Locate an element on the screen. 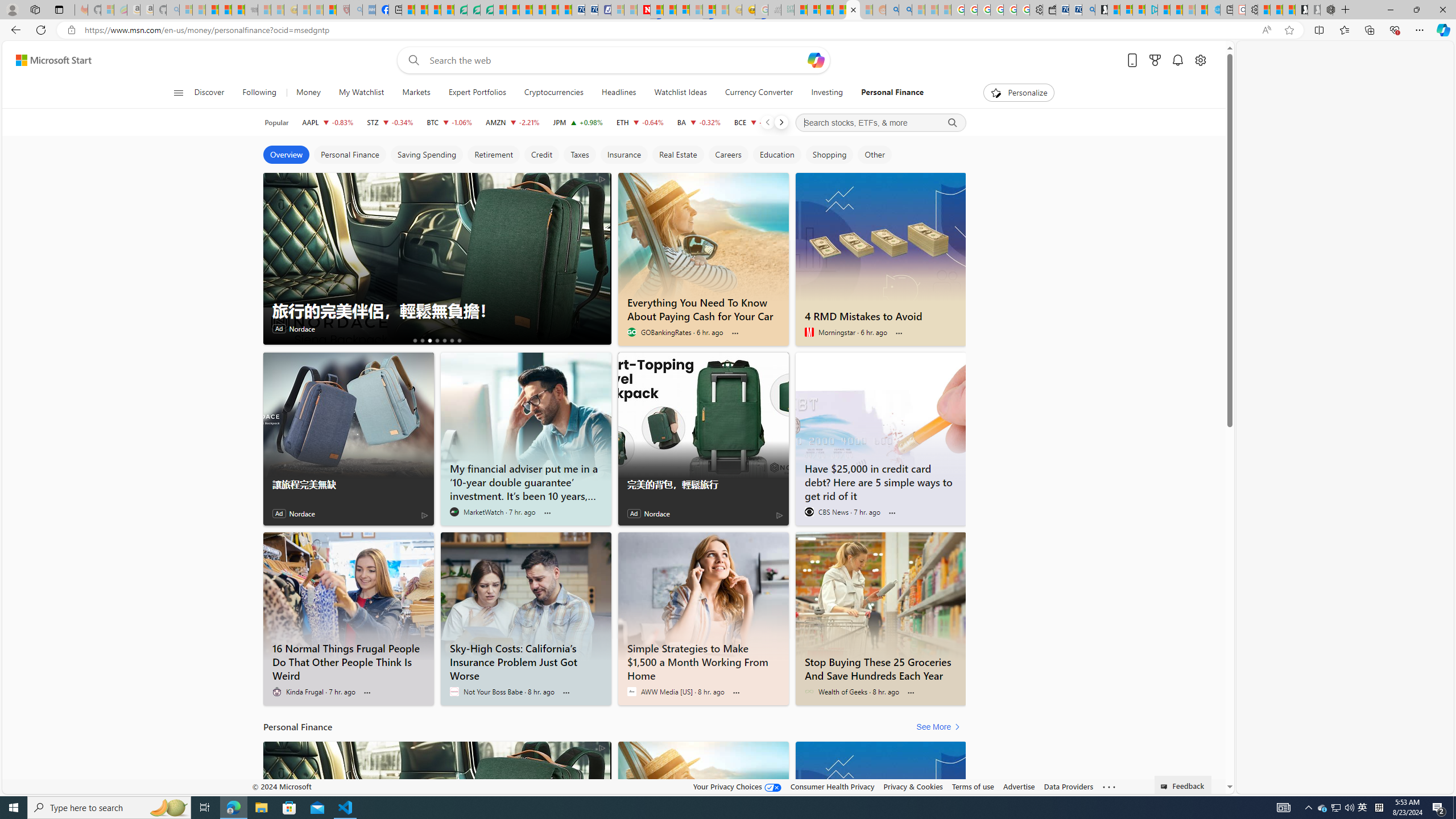  'Previous' is located at coordinates (767, 122).